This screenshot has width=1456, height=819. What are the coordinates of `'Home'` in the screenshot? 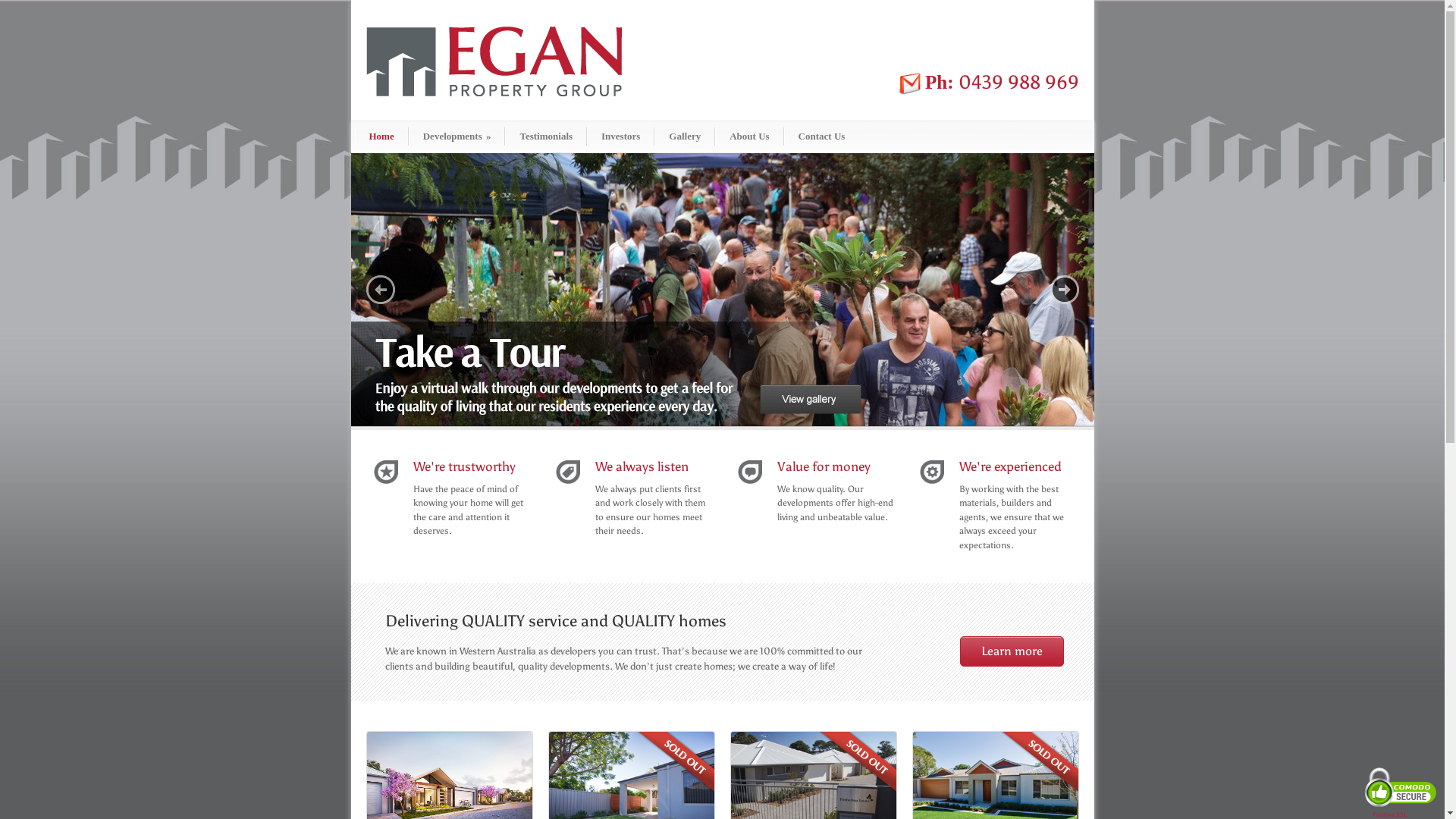 It's located at (381, 136).